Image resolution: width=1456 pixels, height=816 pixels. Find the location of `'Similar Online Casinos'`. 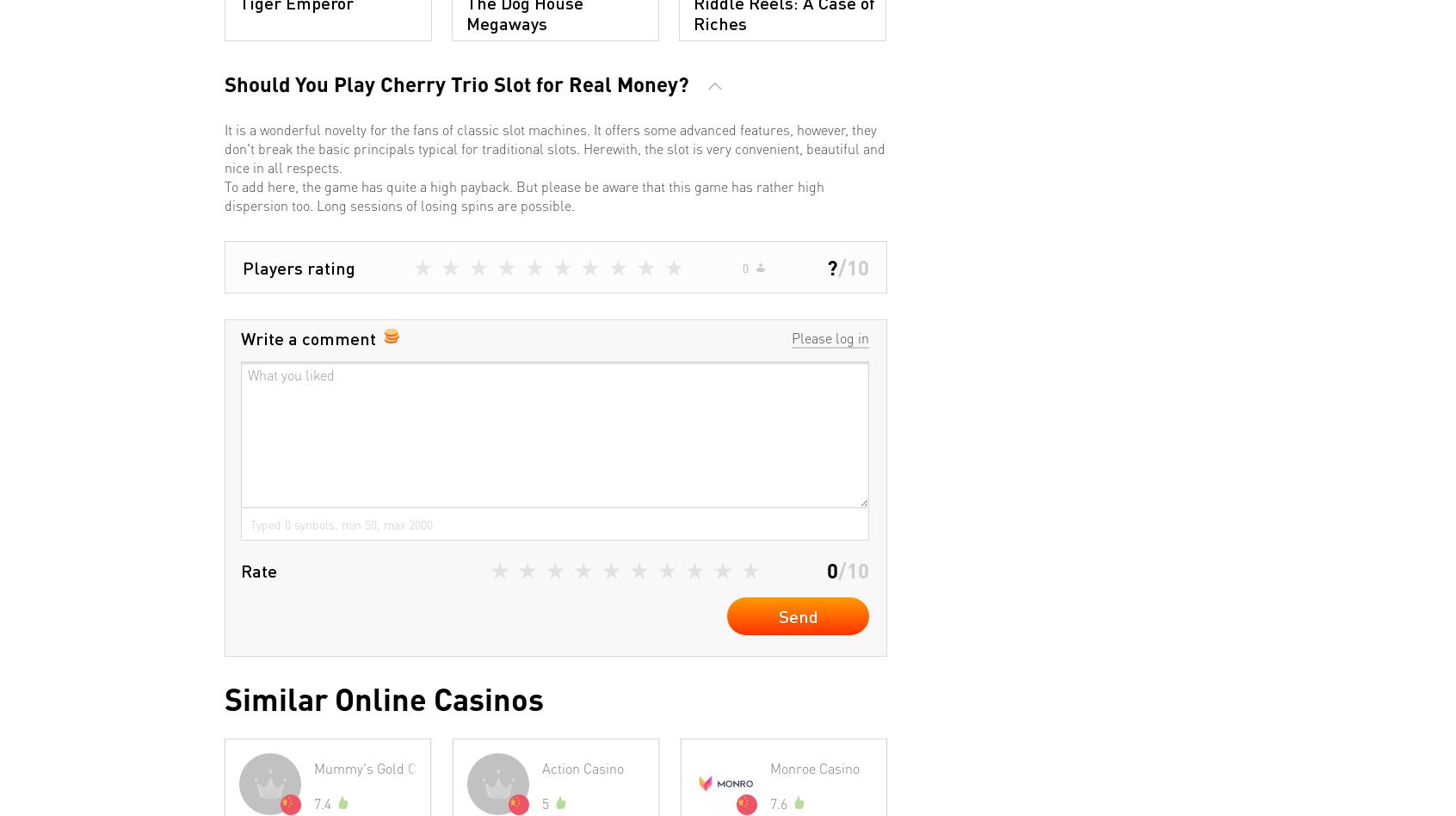

'Similar Online Casinos' is located at coordinates (383, 698).